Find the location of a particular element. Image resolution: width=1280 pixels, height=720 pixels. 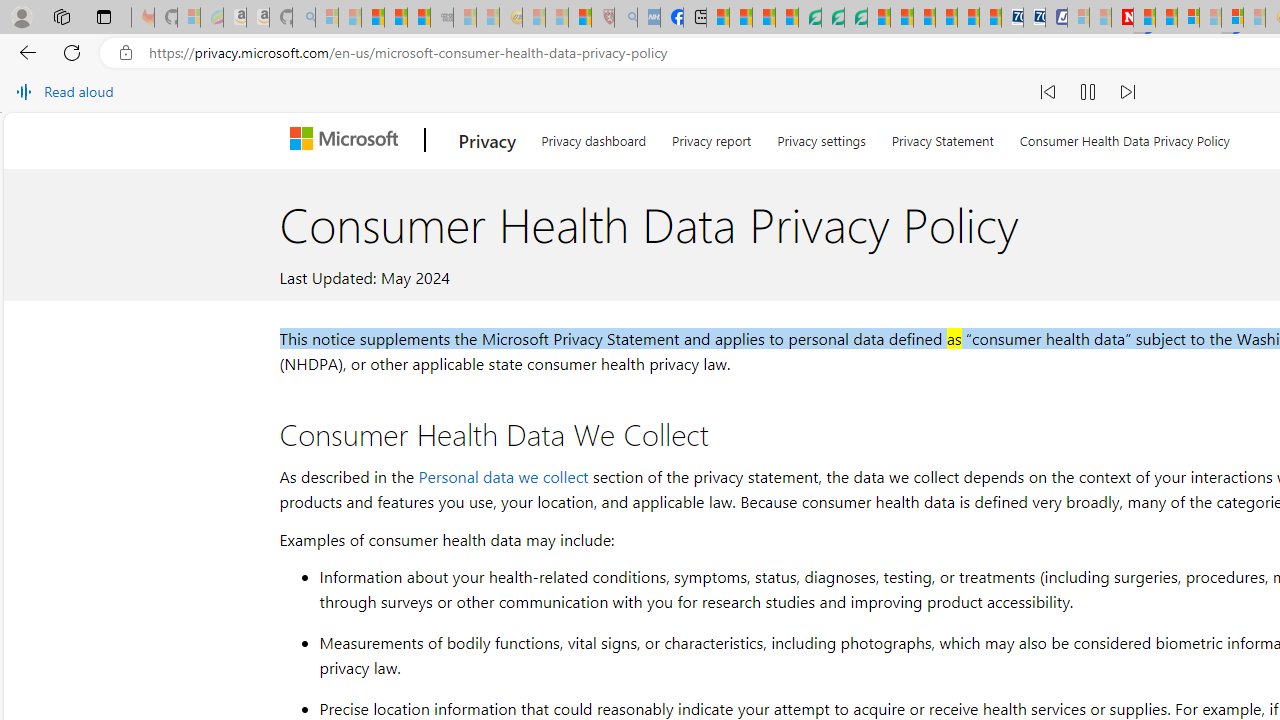

'New Report Confirms 2023 Was Record Hot | Watch' is located at coordinates (418, 17).